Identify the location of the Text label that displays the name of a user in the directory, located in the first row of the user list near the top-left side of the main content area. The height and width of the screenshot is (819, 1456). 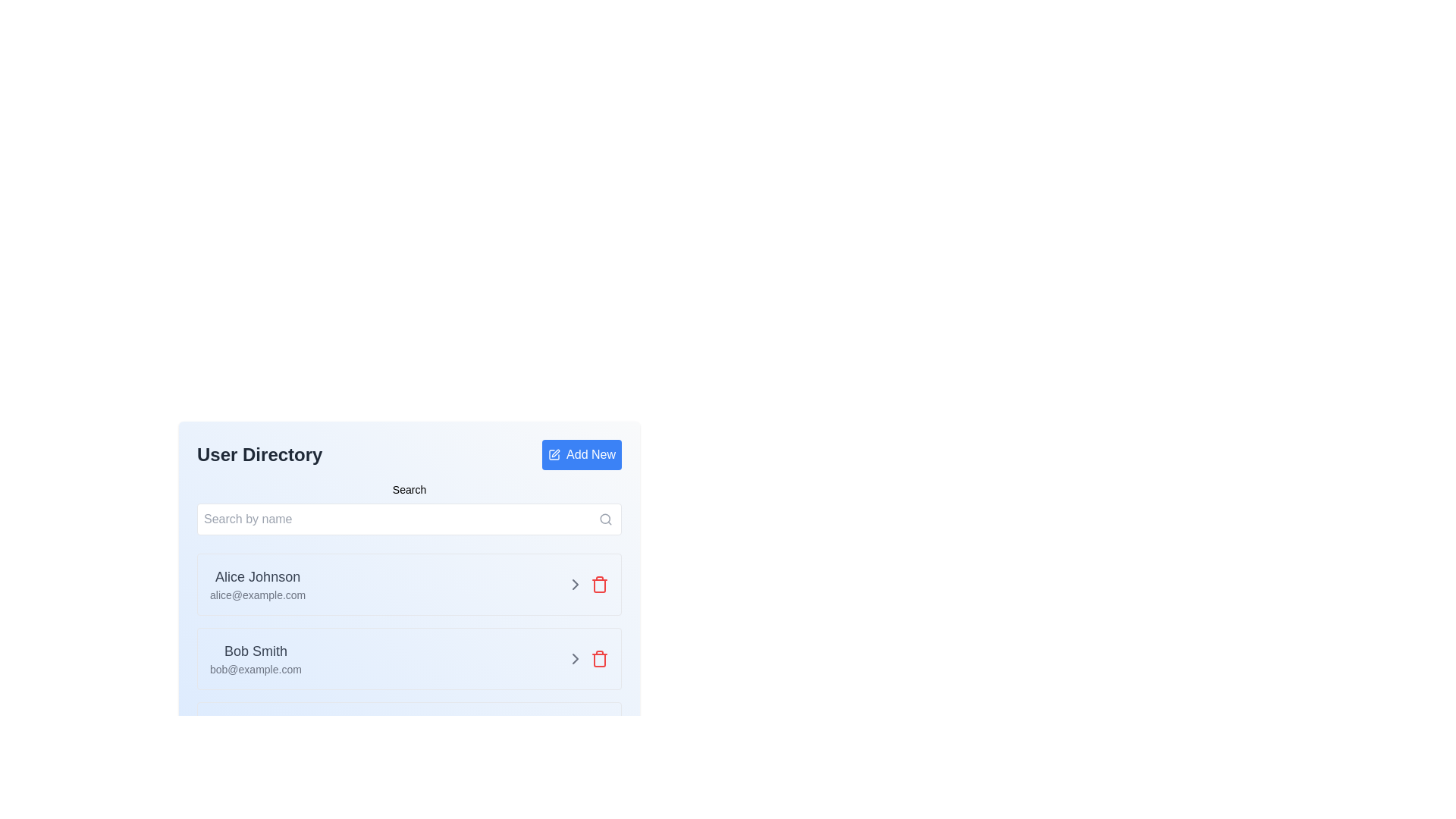
(258, 576).